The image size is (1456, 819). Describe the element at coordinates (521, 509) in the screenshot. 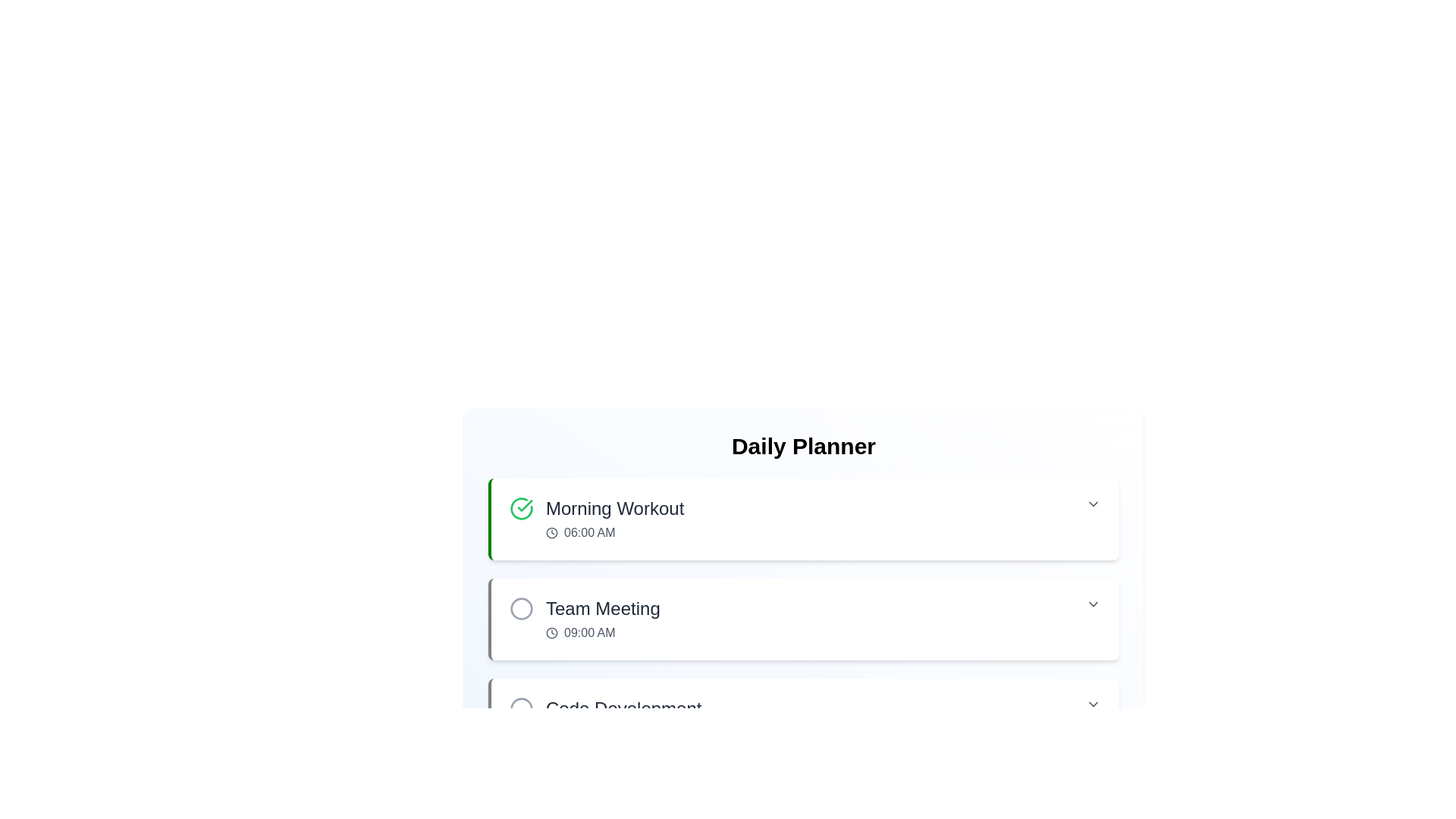

I see `the completion status by interacting with the green circular icon with a checkmark located to the left of the 'Morning Workout' text in the 'Daily Planner' section` at that location.